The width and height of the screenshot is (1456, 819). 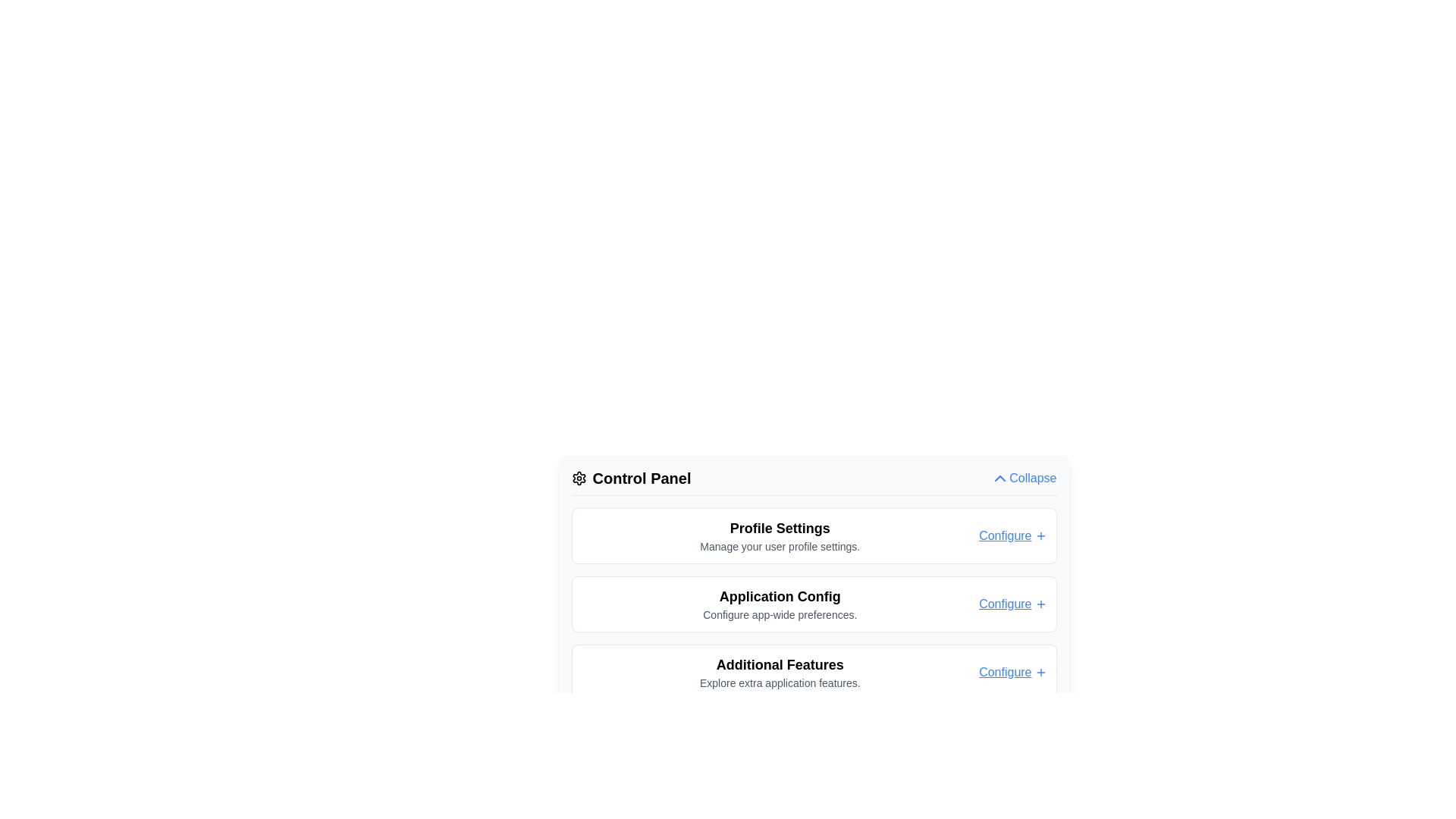 What do you see at coordinates (813, 583) in the screenshot?
I see `the link in the Interactive Card with Title, Description, and Link located in the Control Panel section by` at bounding box center [813, 583].